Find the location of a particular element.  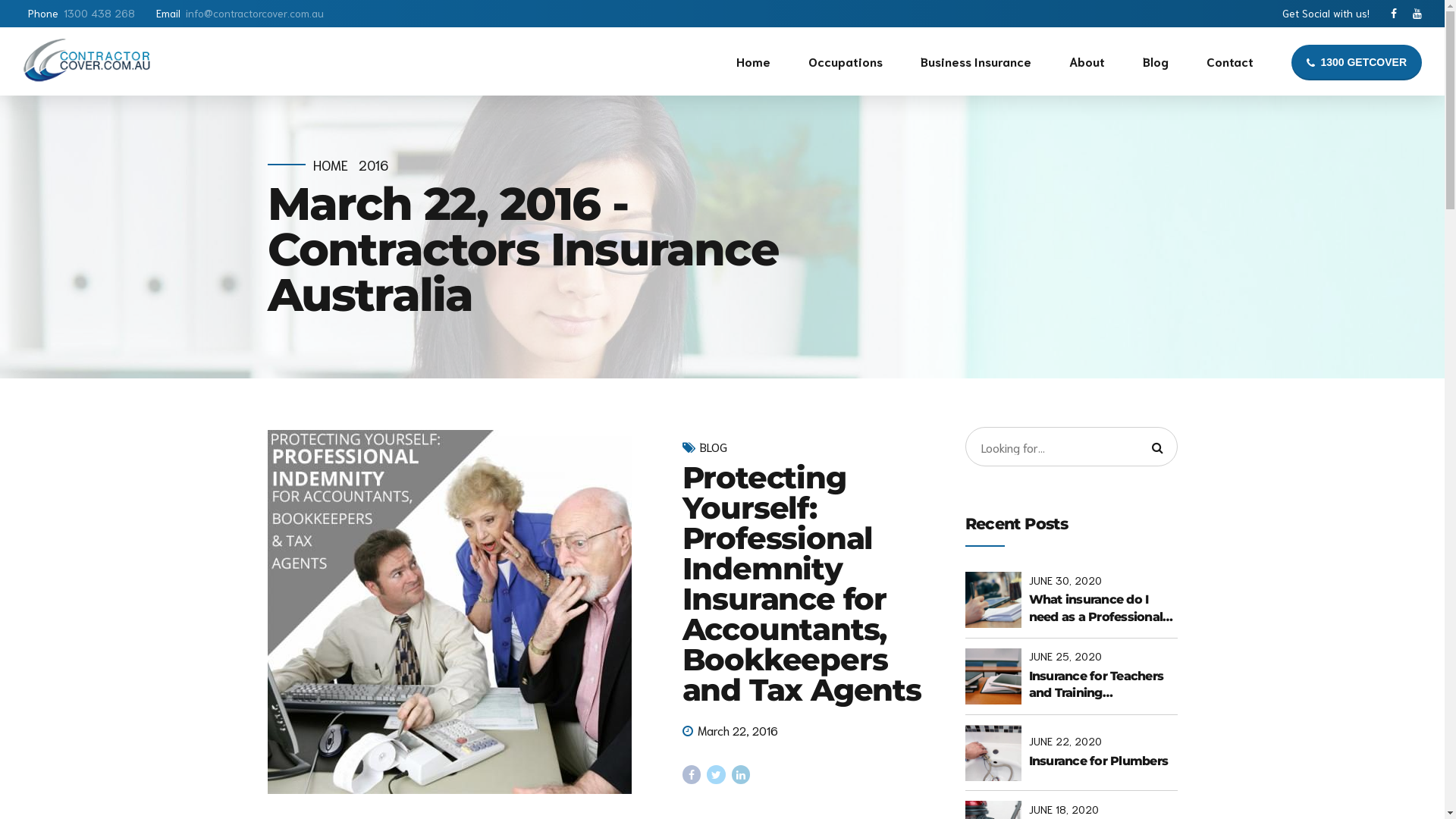

'Share on Linkedin' is located at coordinates (741, 774).